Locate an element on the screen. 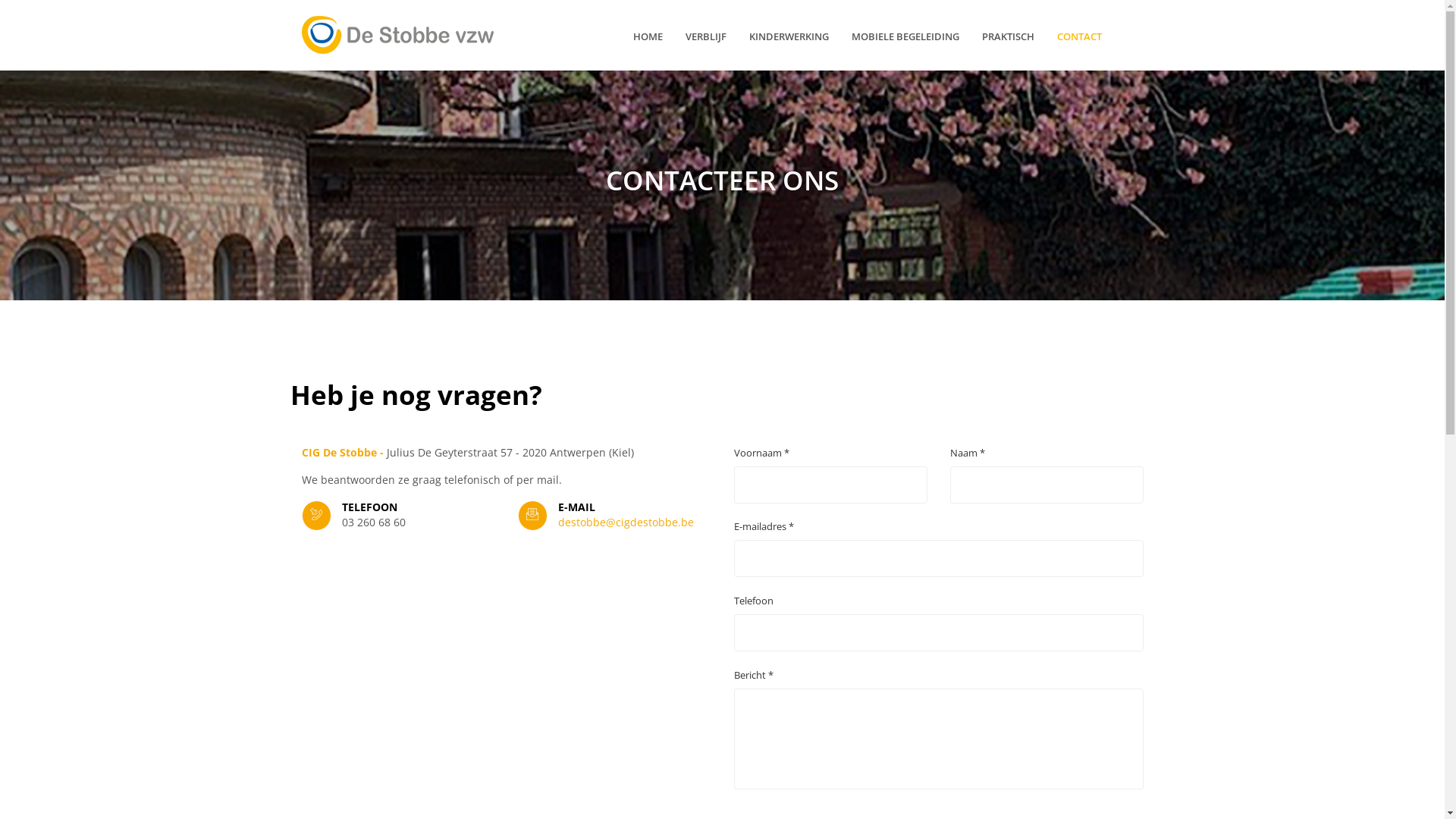  'CONTACT' is located at coordinates (1078, 36).